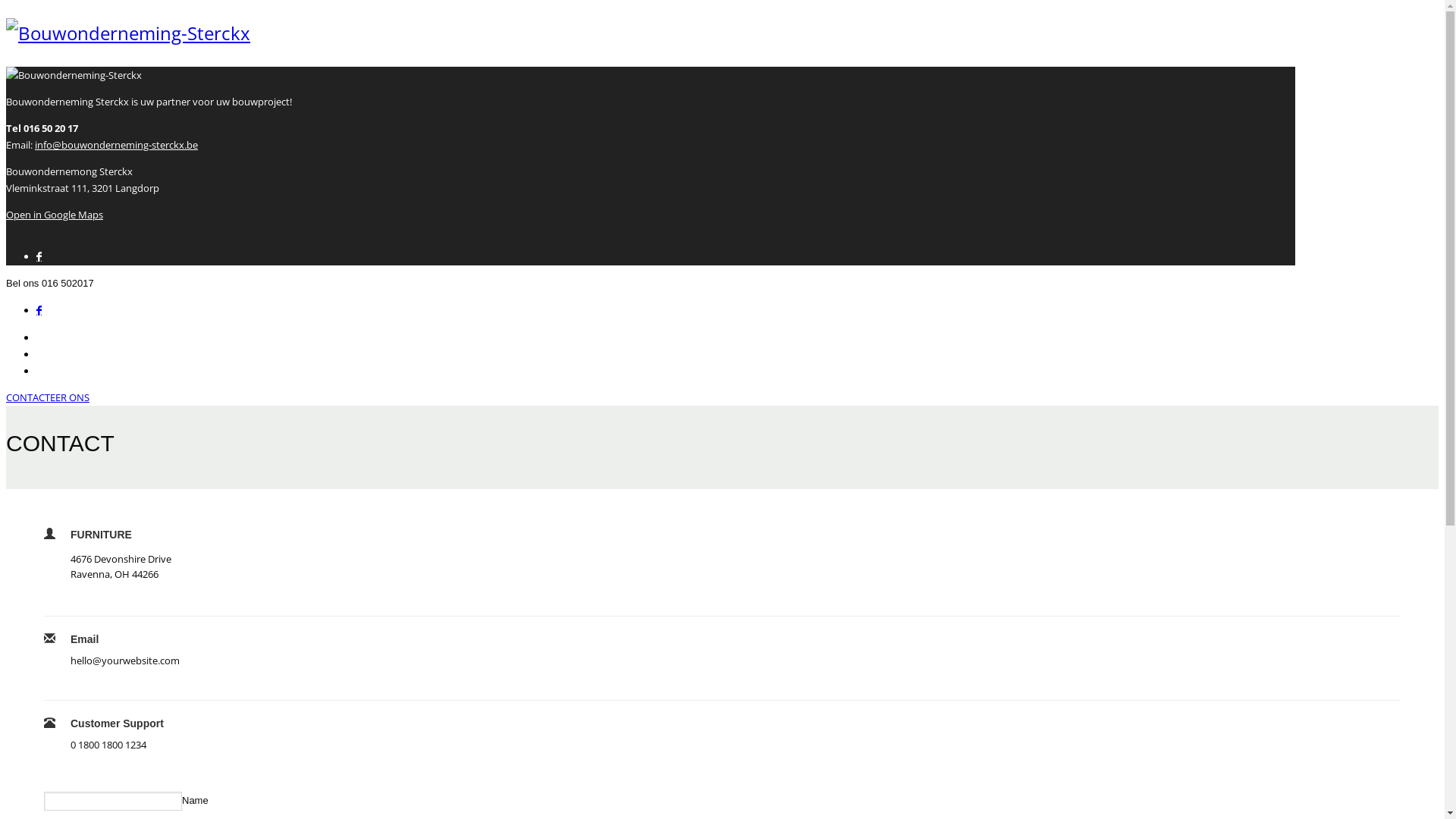 This screenshot has width=1456, height=819. Describe the element at coordinates (47, 397) in the screenshot. I see `'CONTACTEER ONS'` at that location.